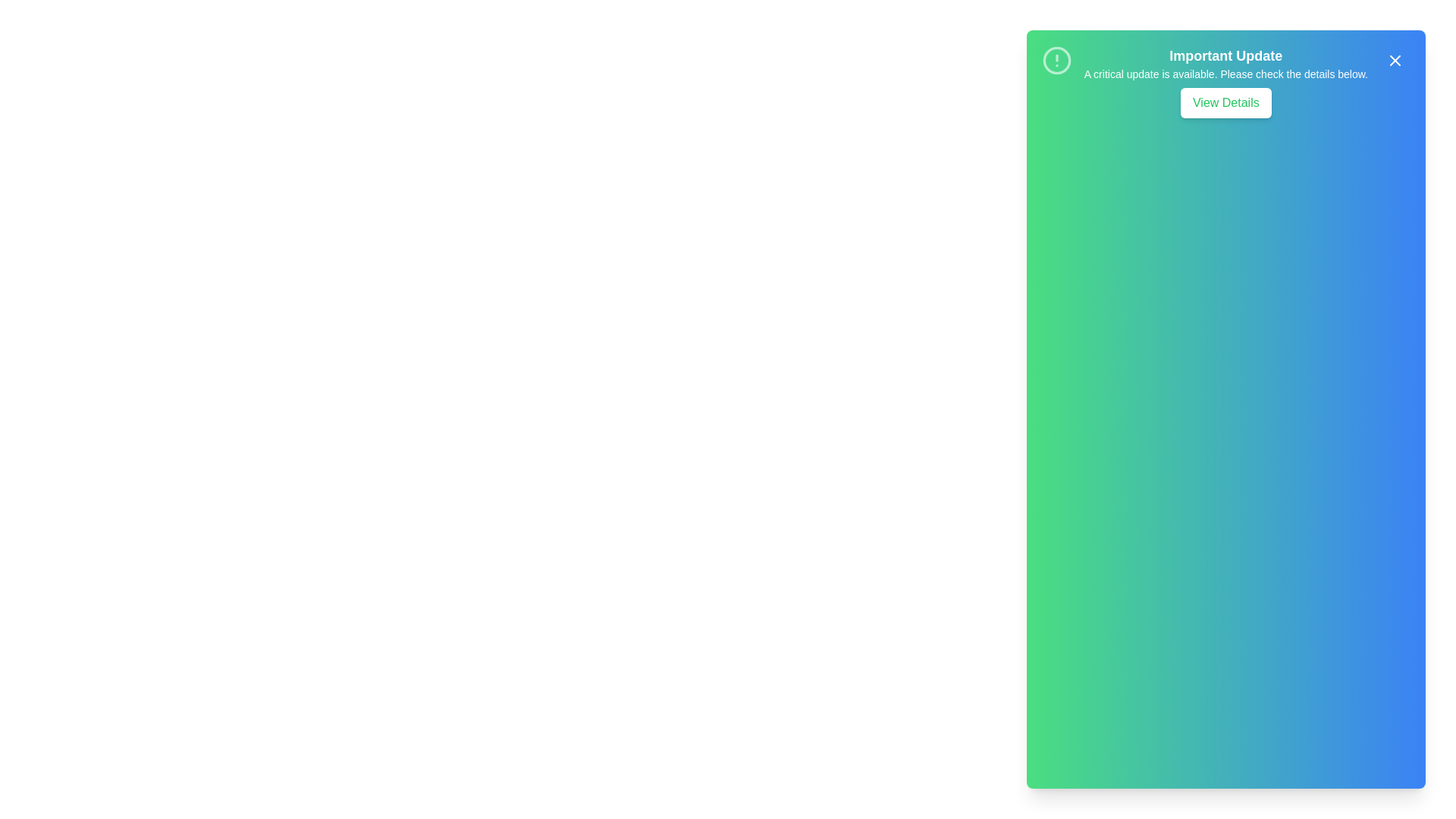 Image resolution: width=1456 pixels, height=819 pixels. Describe the element at coordinates (1395, 60) in the screenshot. I see `the close button (X icon) in the top-right corner of the snackbar to dismiss it` at that location.